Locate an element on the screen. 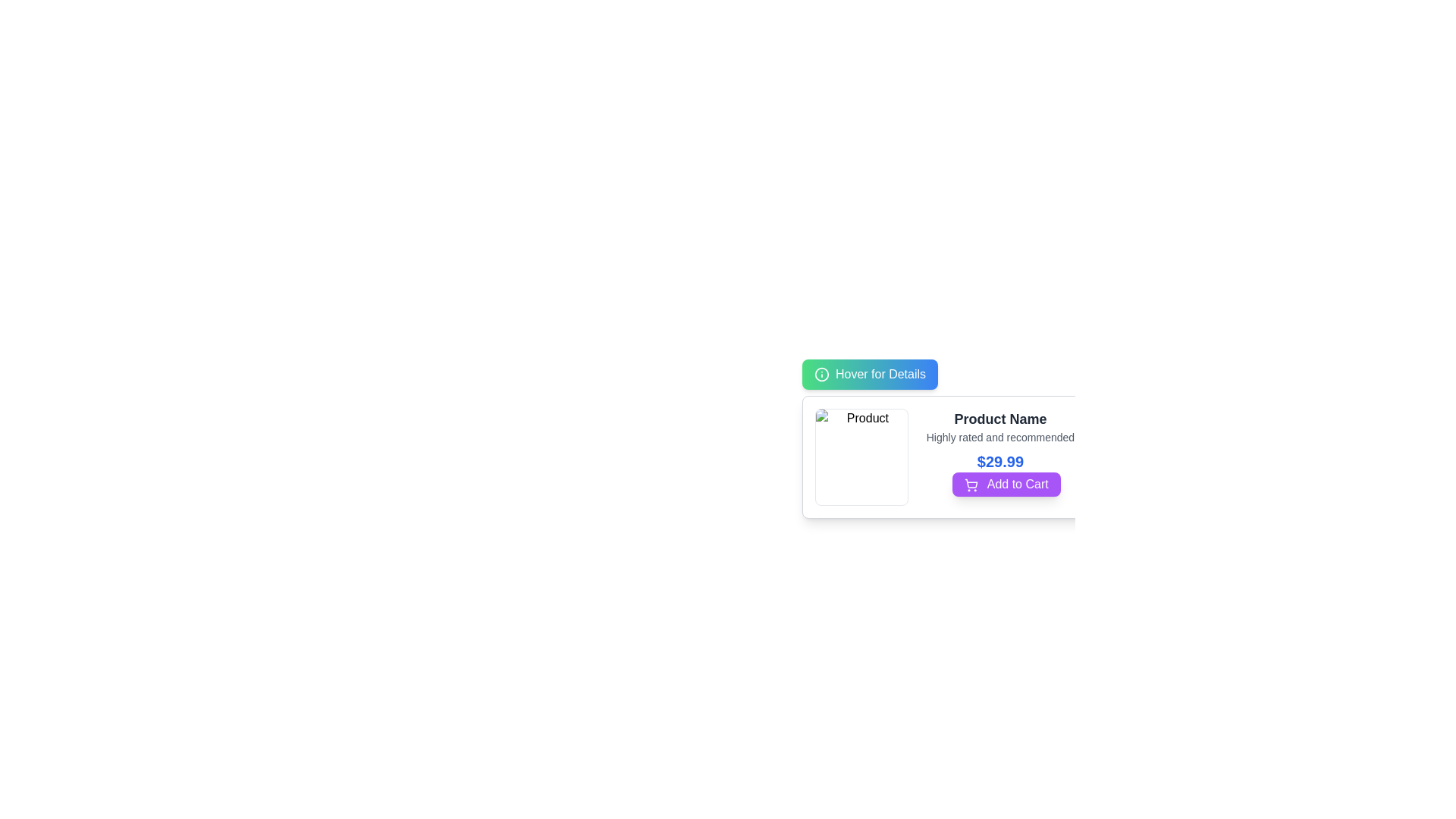  the Text Display element showing the price '$29.99' in bold, blue, extra-large font, located in the product details section above the 'Add to Cart' button is located at coordinates (1000, 461).